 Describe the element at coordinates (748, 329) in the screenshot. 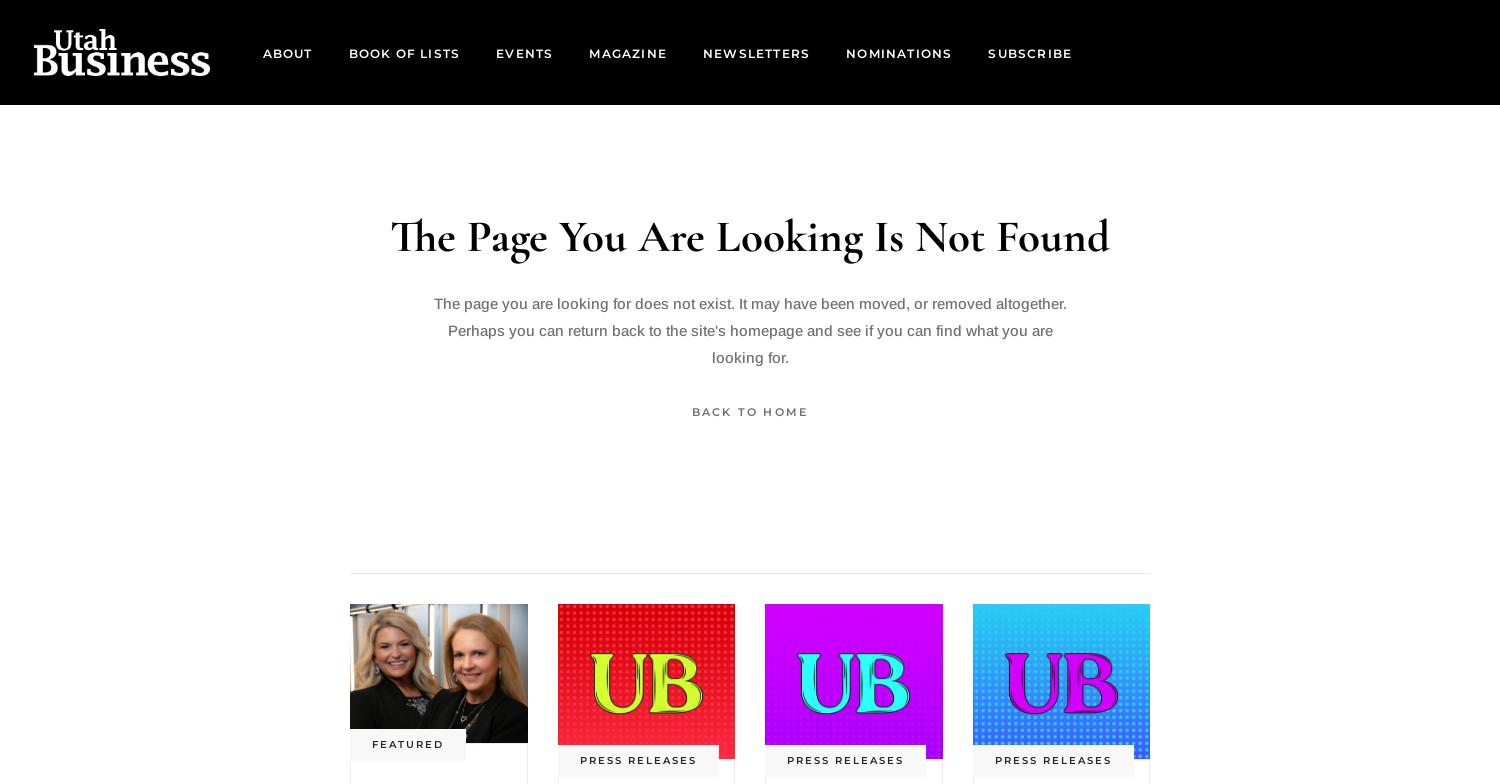

I see `'The page you are looking for does not exist. It may have been moved, or removed altogether. Perhaps you can return back to the site's homepage and see if you can find what you are looking for.'` at that location.